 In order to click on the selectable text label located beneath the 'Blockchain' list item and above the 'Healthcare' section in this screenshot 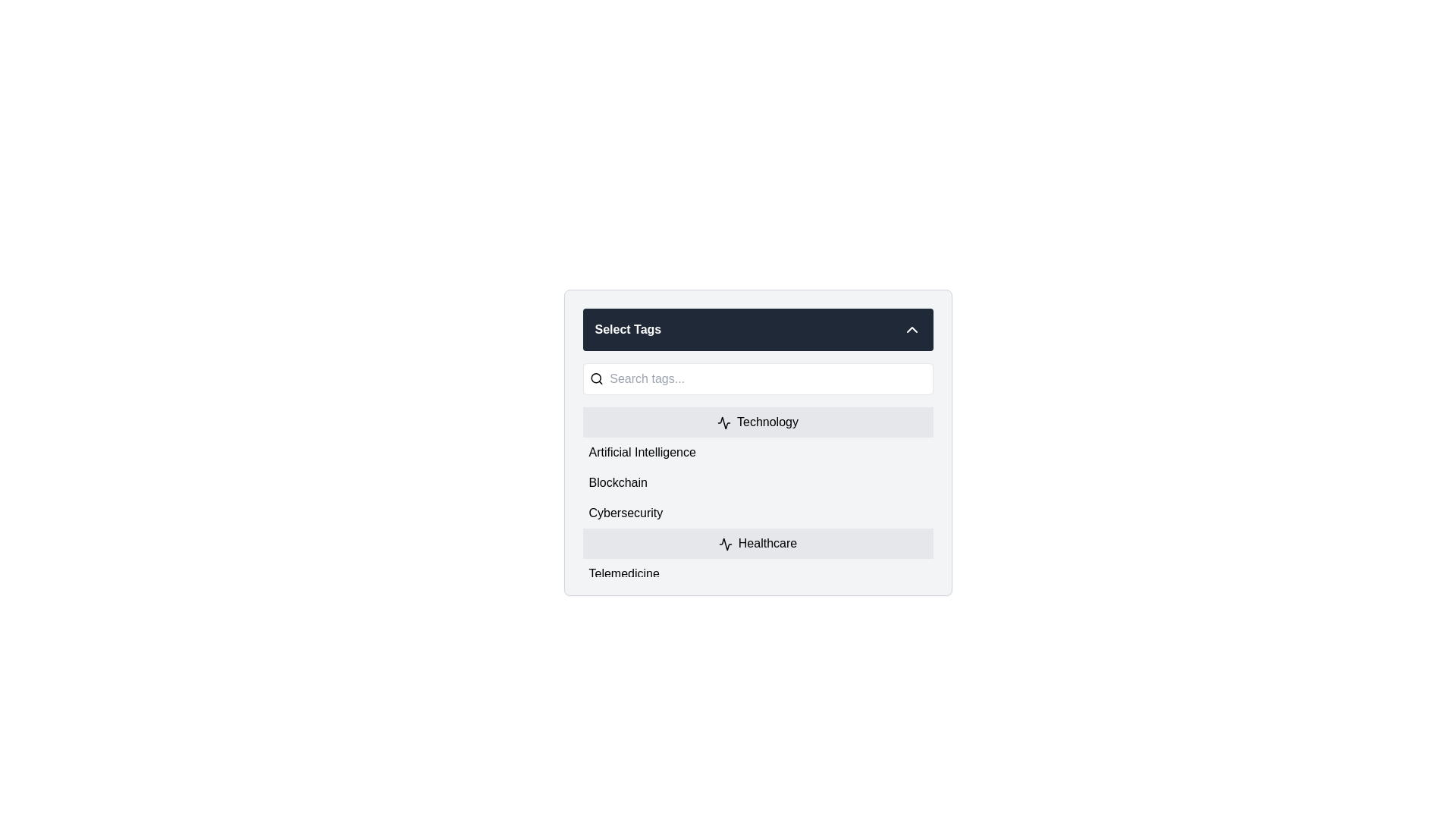, I will do `click(626, 513)`.